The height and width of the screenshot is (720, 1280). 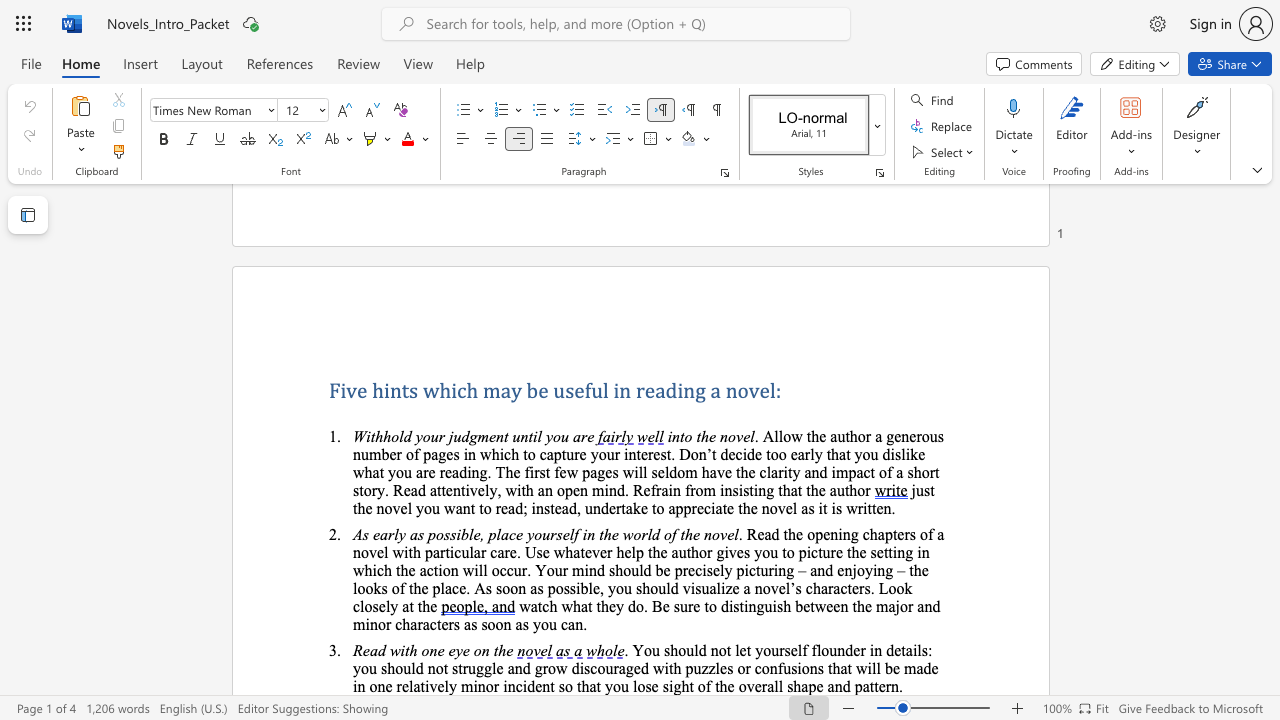 What do you see at coordinates (396, 685) in the screenshot?
I see `the subset text "relat" within the text "relatively minor"` at bounding box center [396, 685].